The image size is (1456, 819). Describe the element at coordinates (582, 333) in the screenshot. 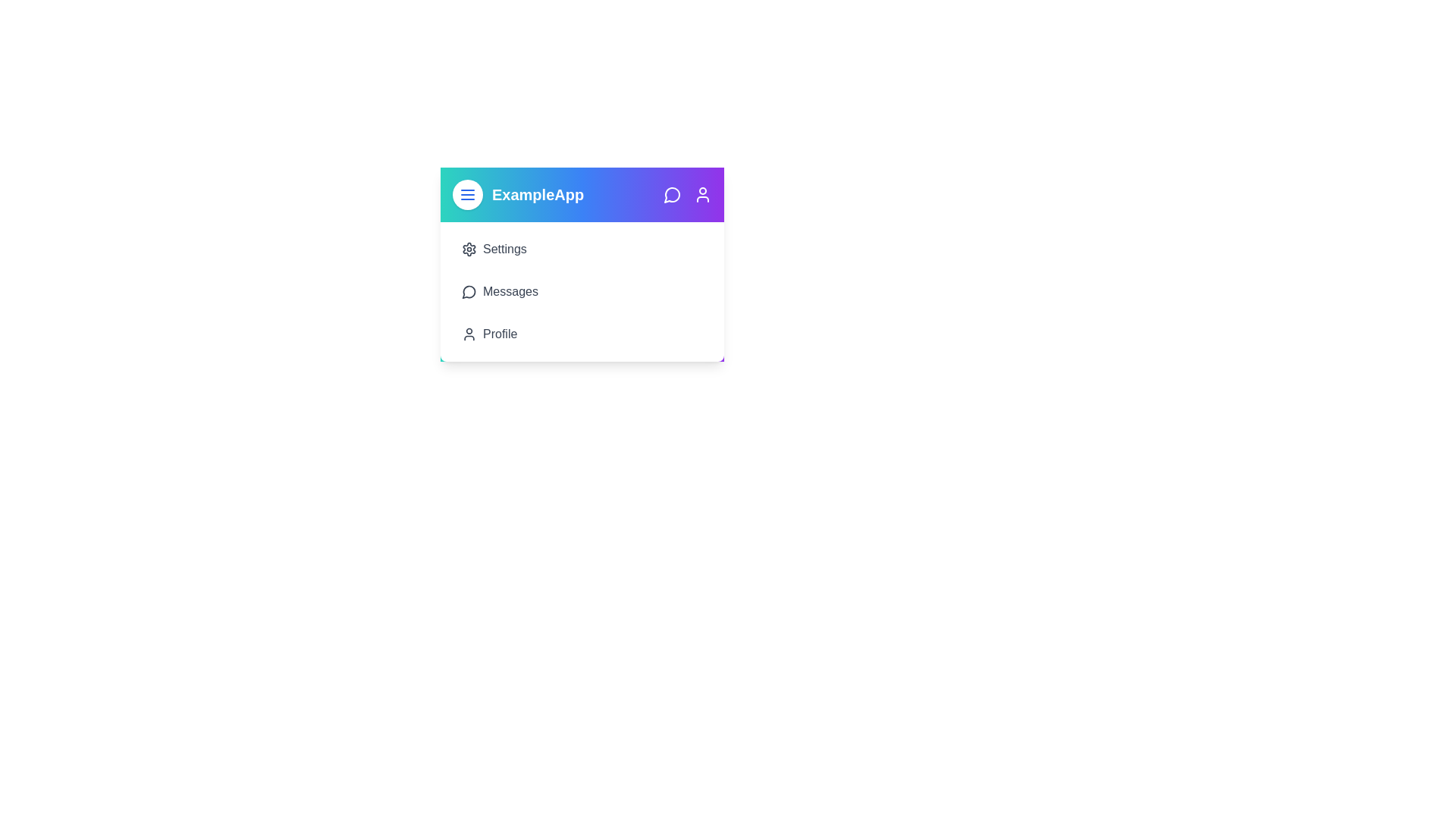

I see `the Profile menu item` at that location.